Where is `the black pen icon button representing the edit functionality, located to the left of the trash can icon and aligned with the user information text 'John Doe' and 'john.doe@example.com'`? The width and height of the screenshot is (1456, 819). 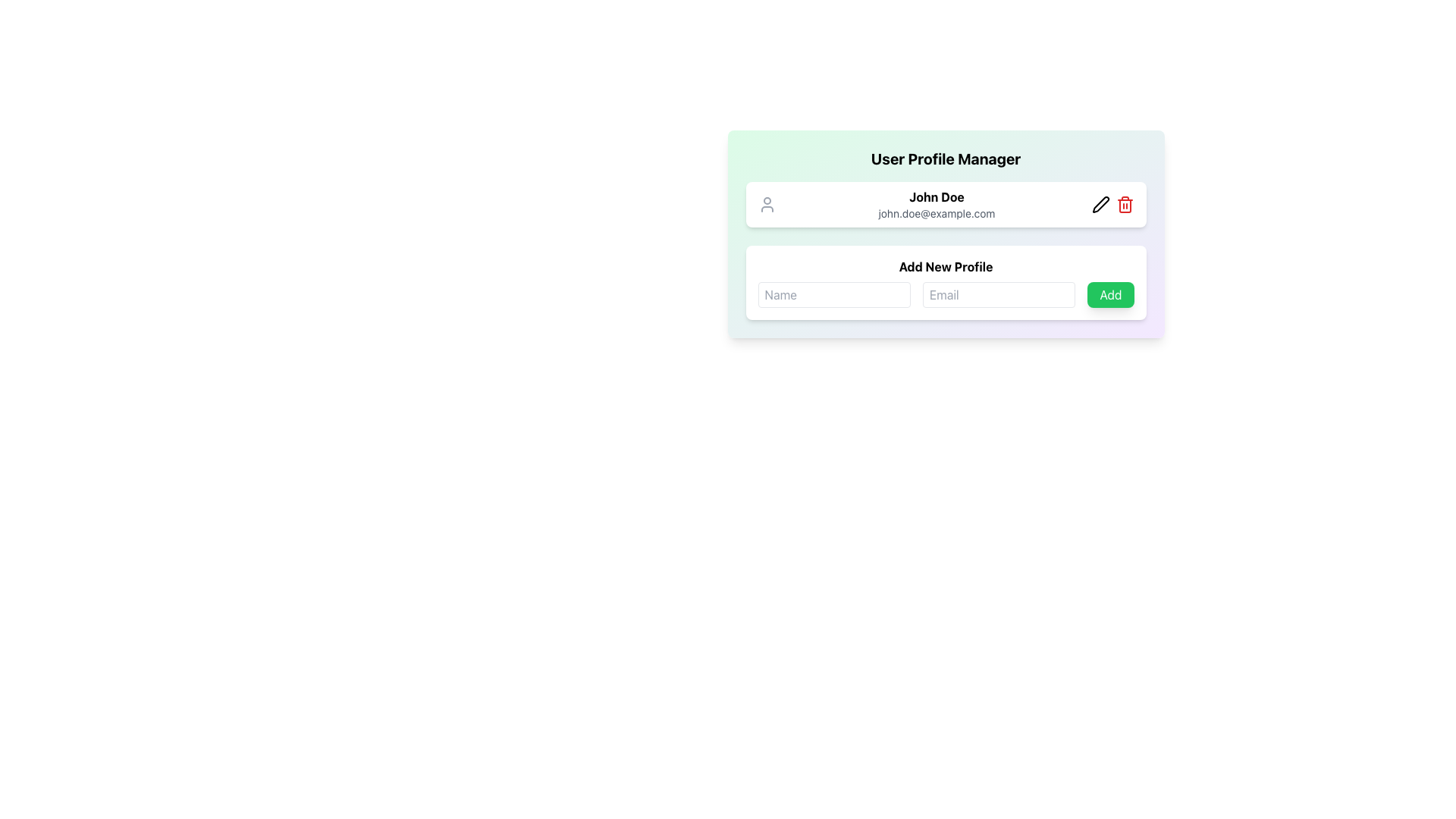
the black pen icon button representing the edit functionality, located to the left of the trash can icon and aligned with the user information text 'John Doe' and 'john.doe@example.com' is located at coordinates (1100, 205).